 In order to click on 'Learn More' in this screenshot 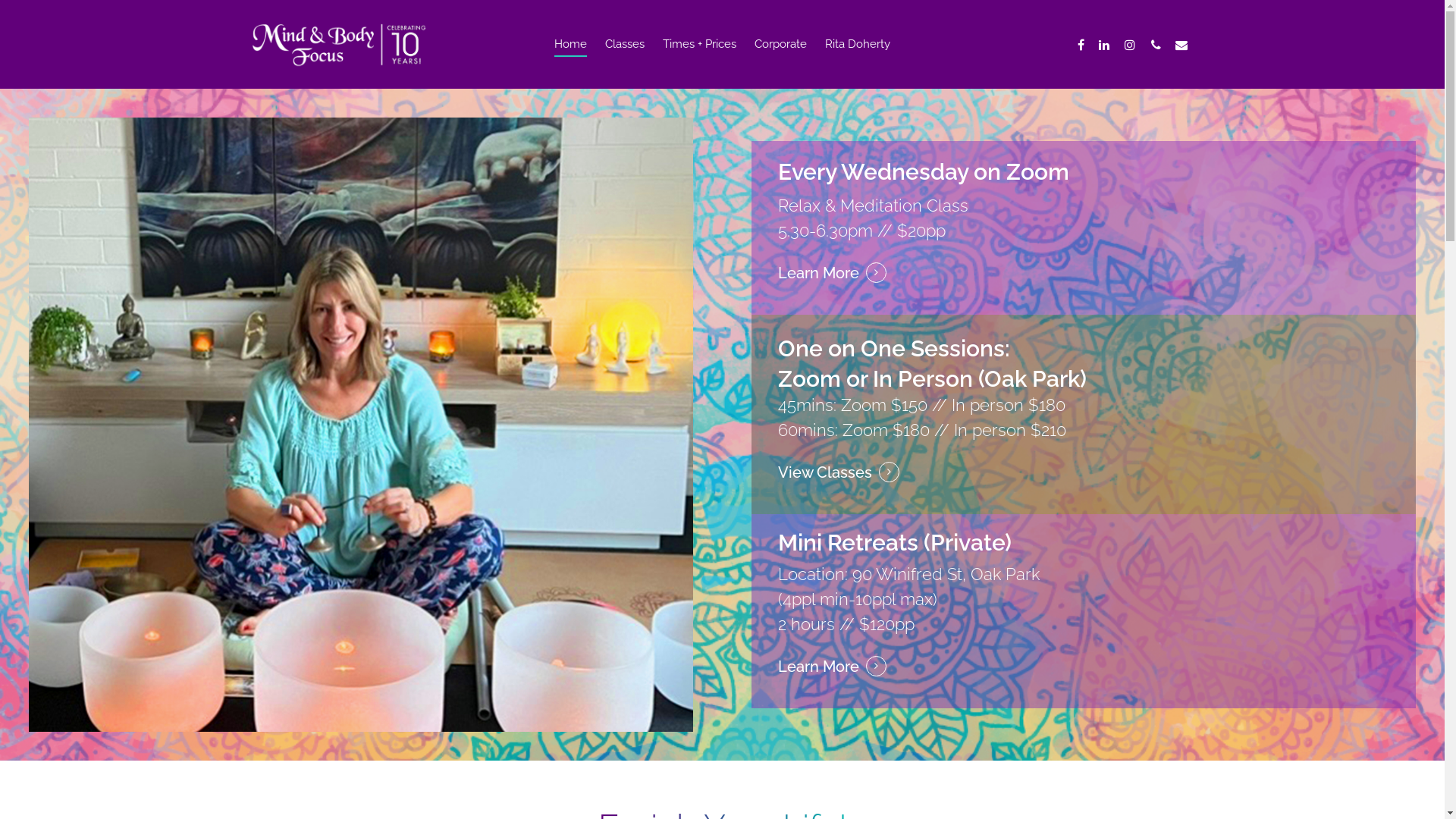, I will do `click(831, 666)`.